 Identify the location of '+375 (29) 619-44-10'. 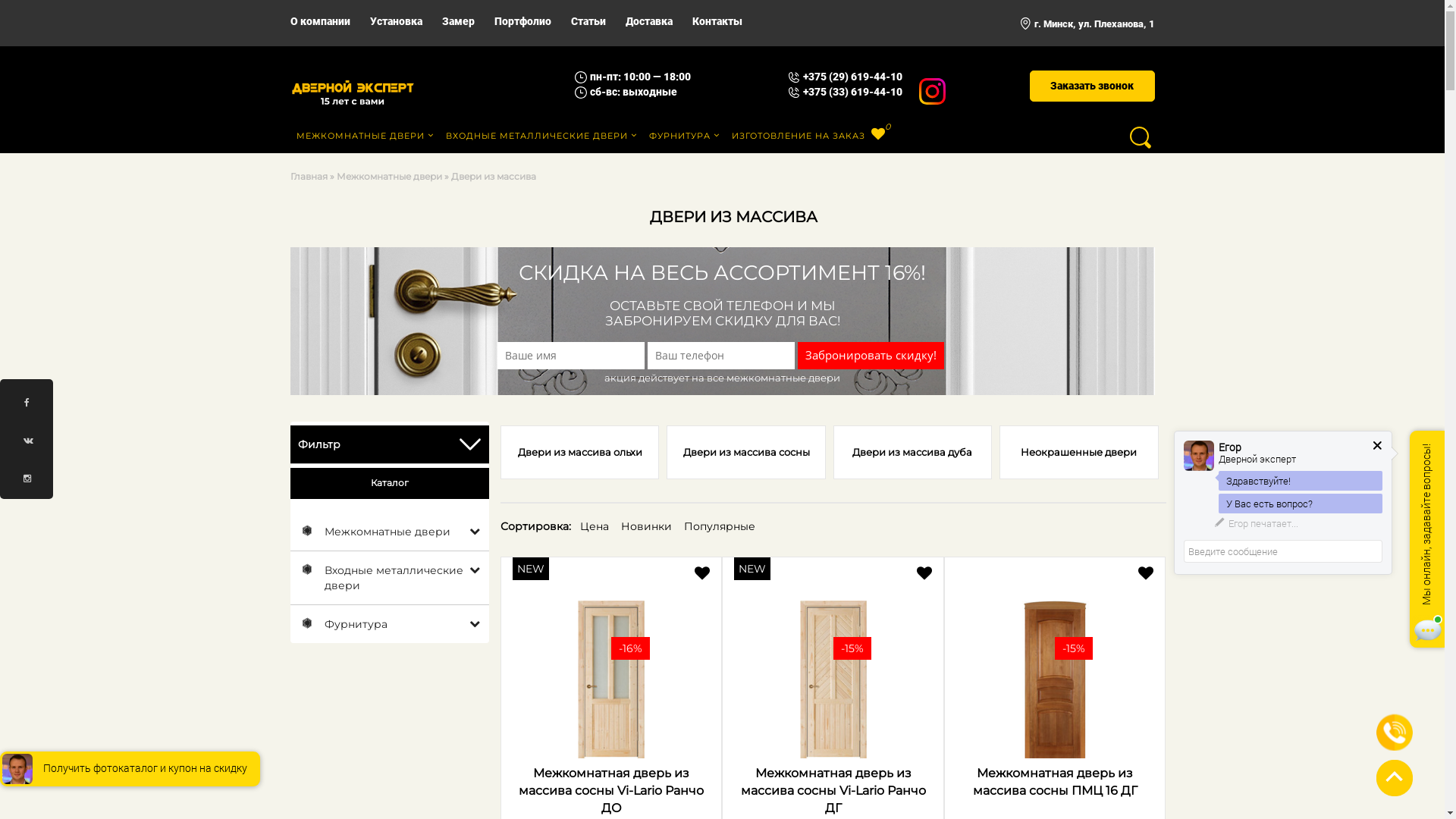
(852, 76).